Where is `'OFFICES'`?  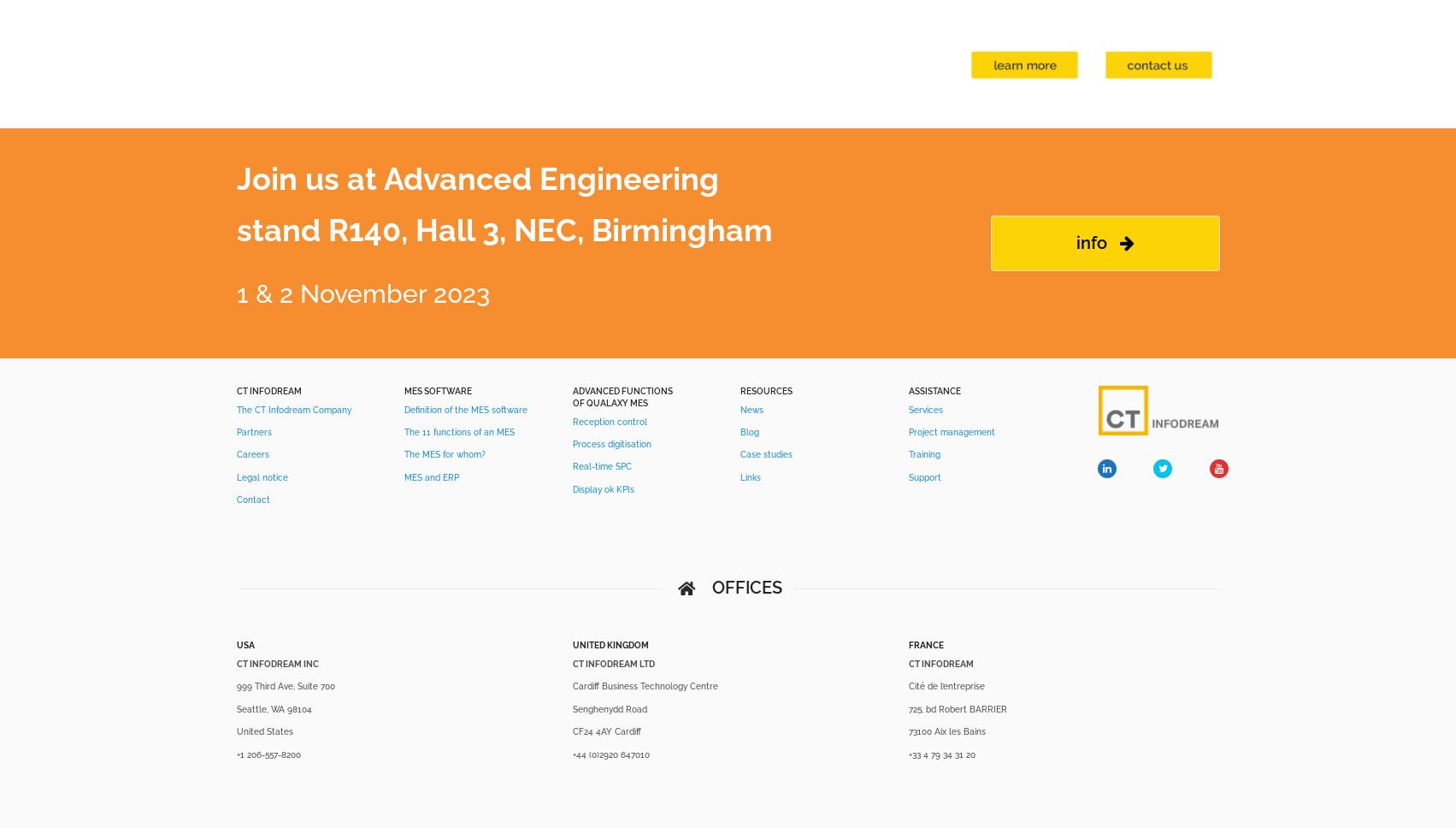 'OFFICES' is located at coordinates (710, 587).